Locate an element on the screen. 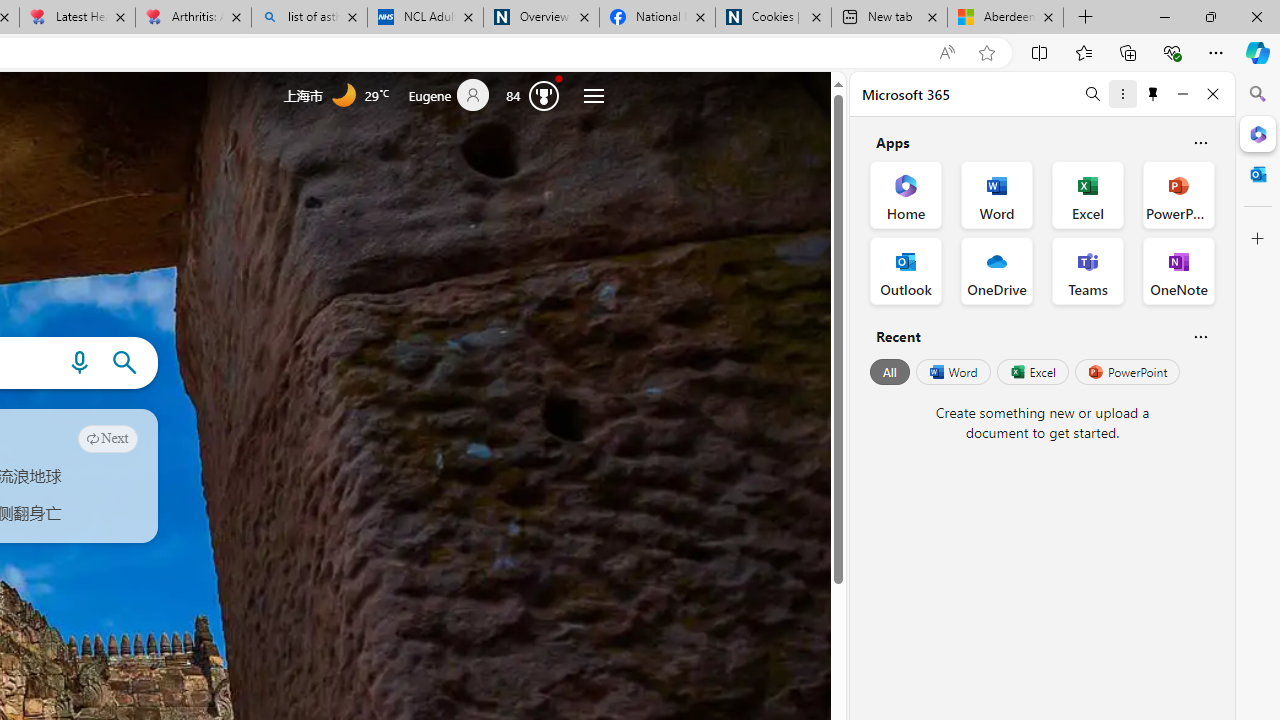 The height and width of the screenshot is (720, 1280). 'PowerPoint Office App' is located at coordinates (1178, 195).